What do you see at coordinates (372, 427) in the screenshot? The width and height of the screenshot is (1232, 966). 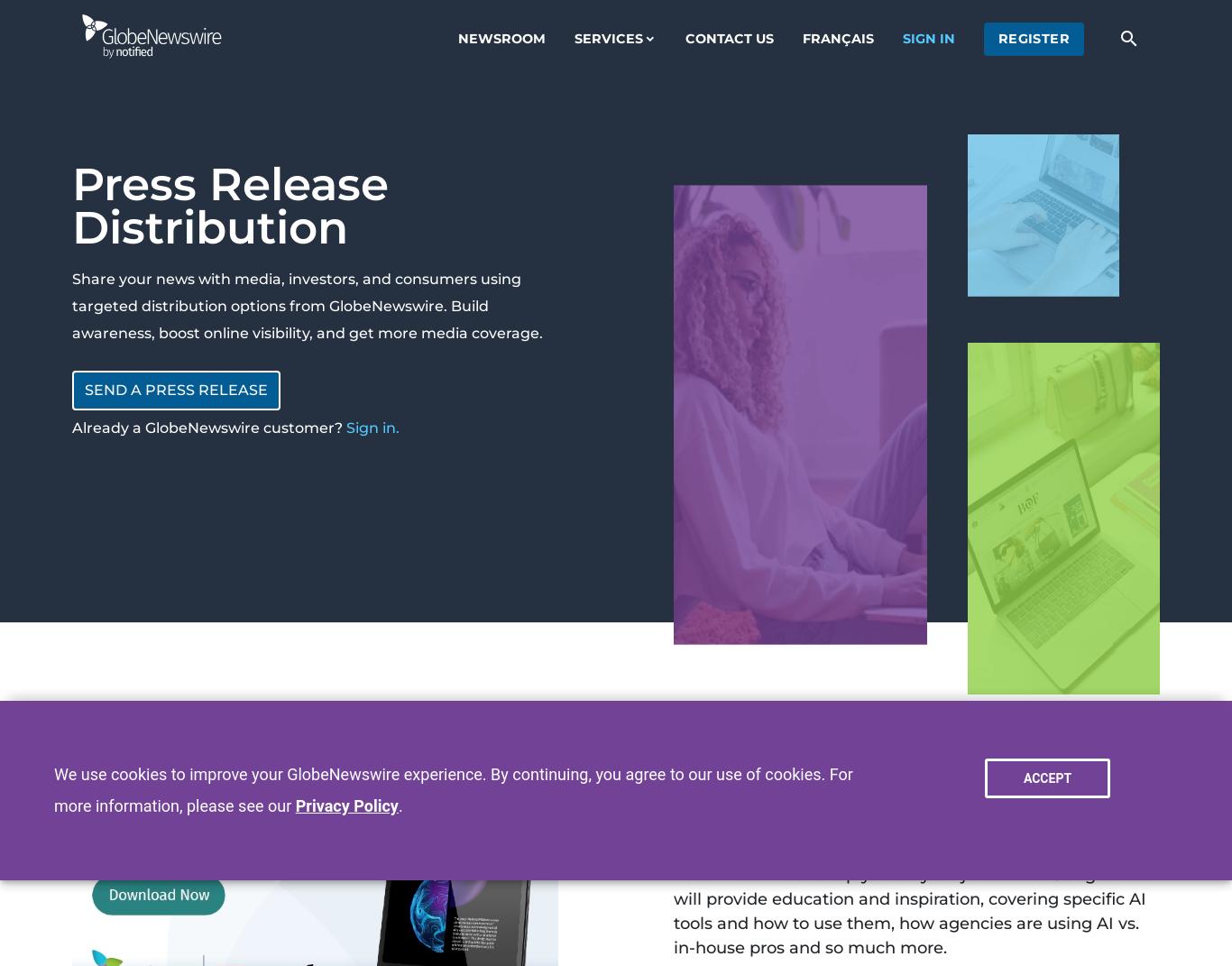 I see `'Sign in.'` at bounding box center [372, 427].